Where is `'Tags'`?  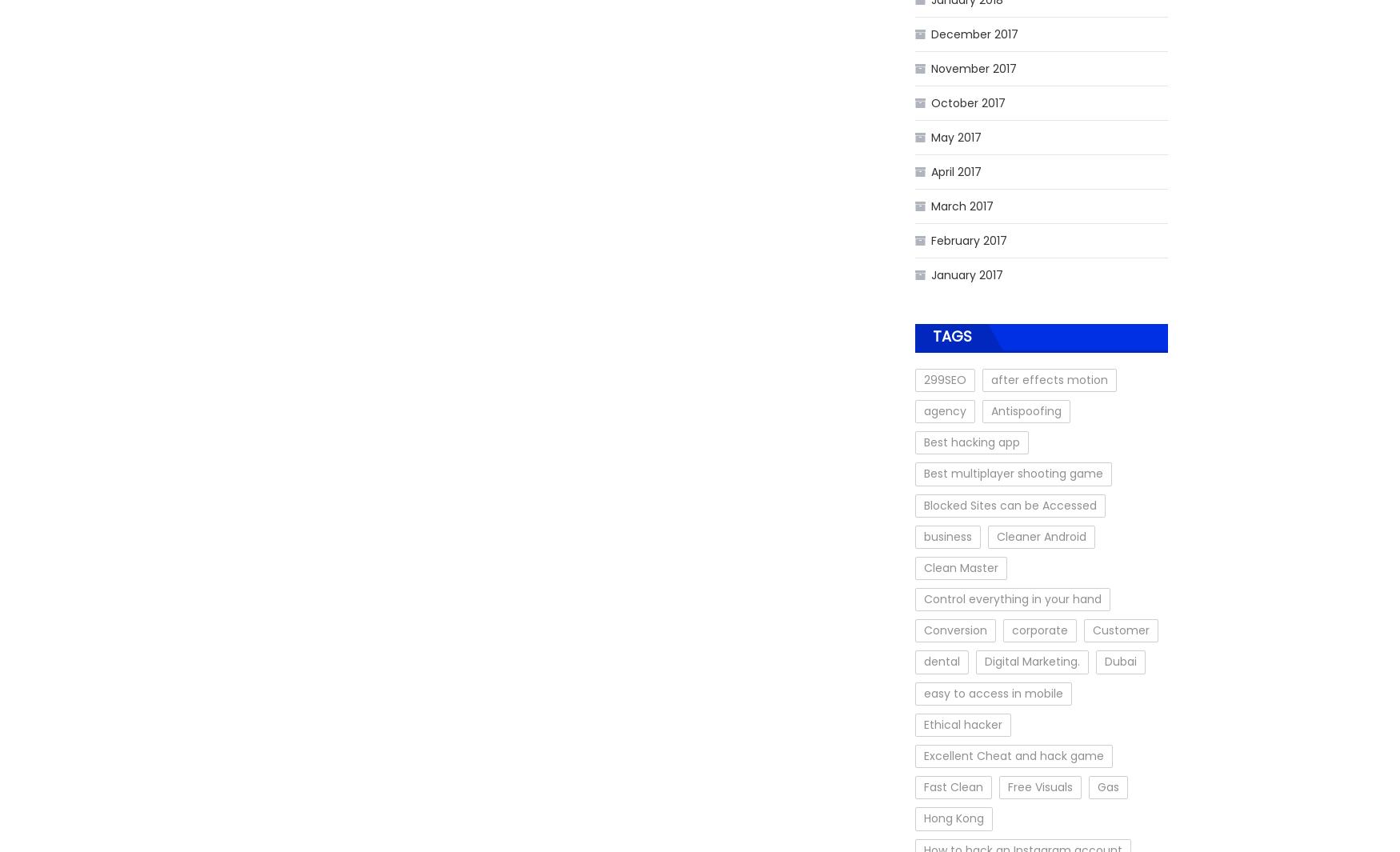 'Tags' is located at coordinates (952, 335).